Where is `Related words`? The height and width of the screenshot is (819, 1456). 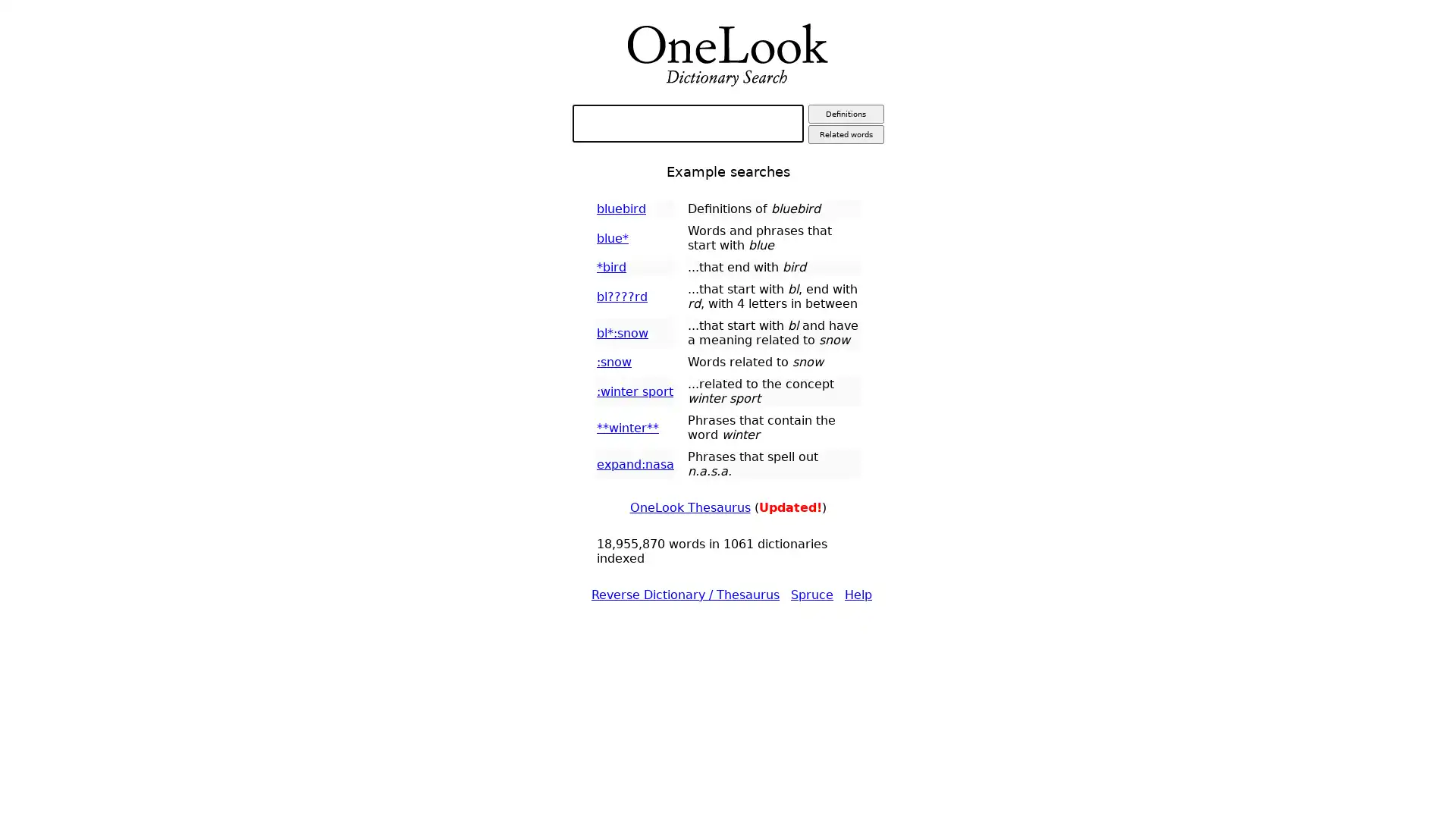 Related words is located at coordinates (844, 133).